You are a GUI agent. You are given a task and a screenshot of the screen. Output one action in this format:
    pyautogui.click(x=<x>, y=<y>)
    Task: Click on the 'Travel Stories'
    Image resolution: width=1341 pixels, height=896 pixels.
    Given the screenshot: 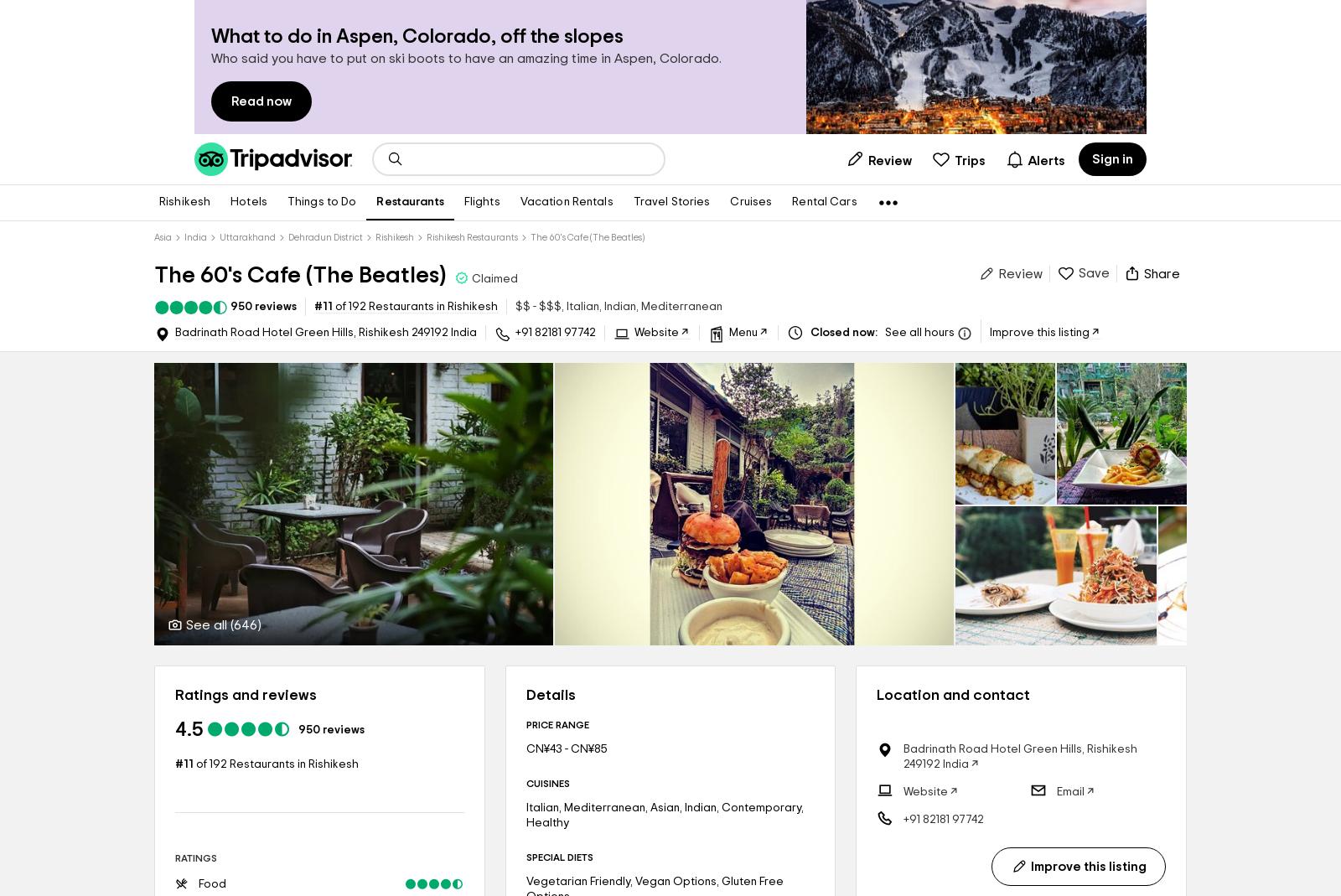 What is the action you would take?
    pyautogui.click(x=670, y=200)
    